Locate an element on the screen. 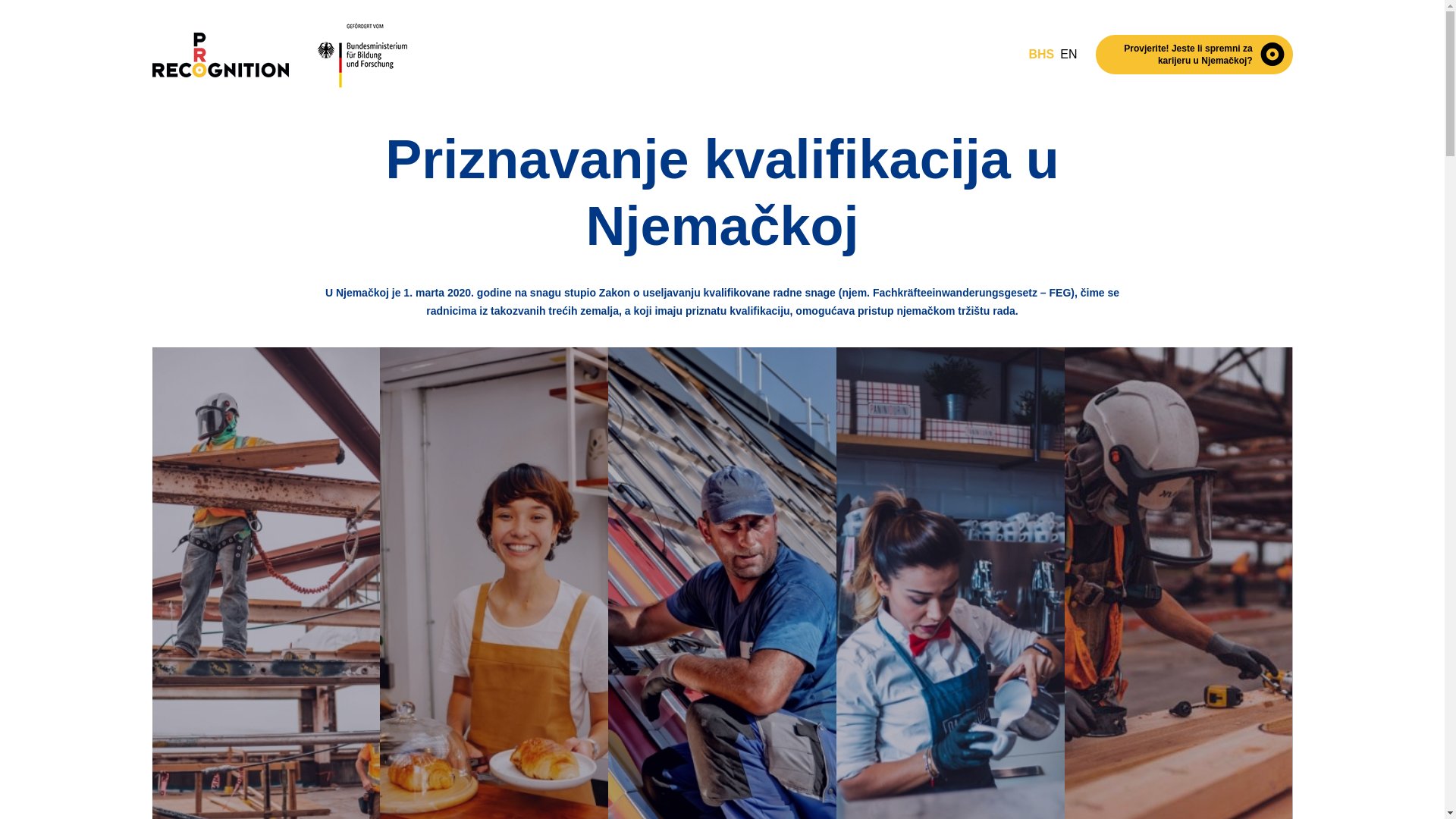 The image size is (1456, 819). 'EN' is located at coordinates (1068, 54).